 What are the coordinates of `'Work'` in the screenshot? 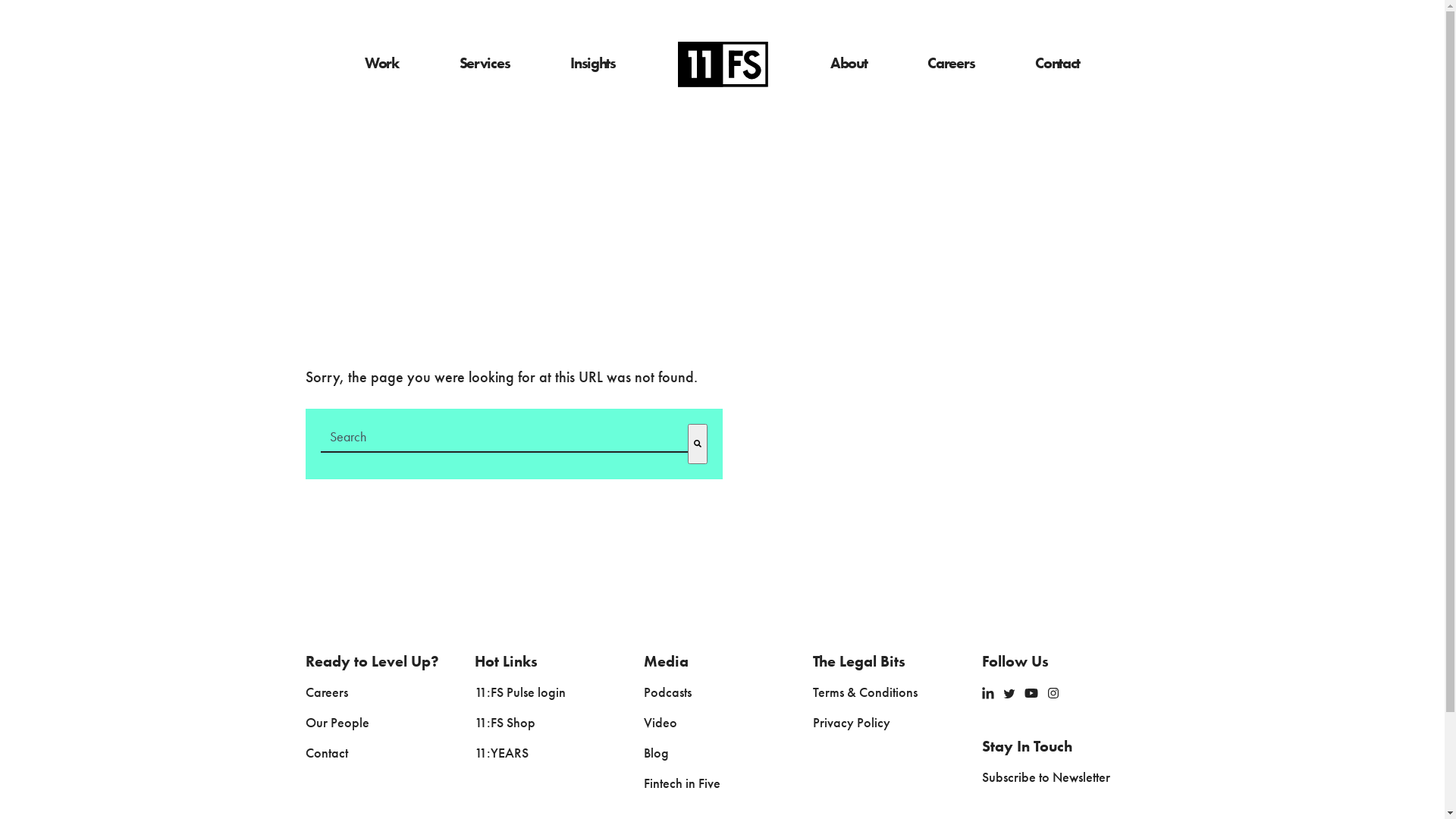 It's located at (381, 63).